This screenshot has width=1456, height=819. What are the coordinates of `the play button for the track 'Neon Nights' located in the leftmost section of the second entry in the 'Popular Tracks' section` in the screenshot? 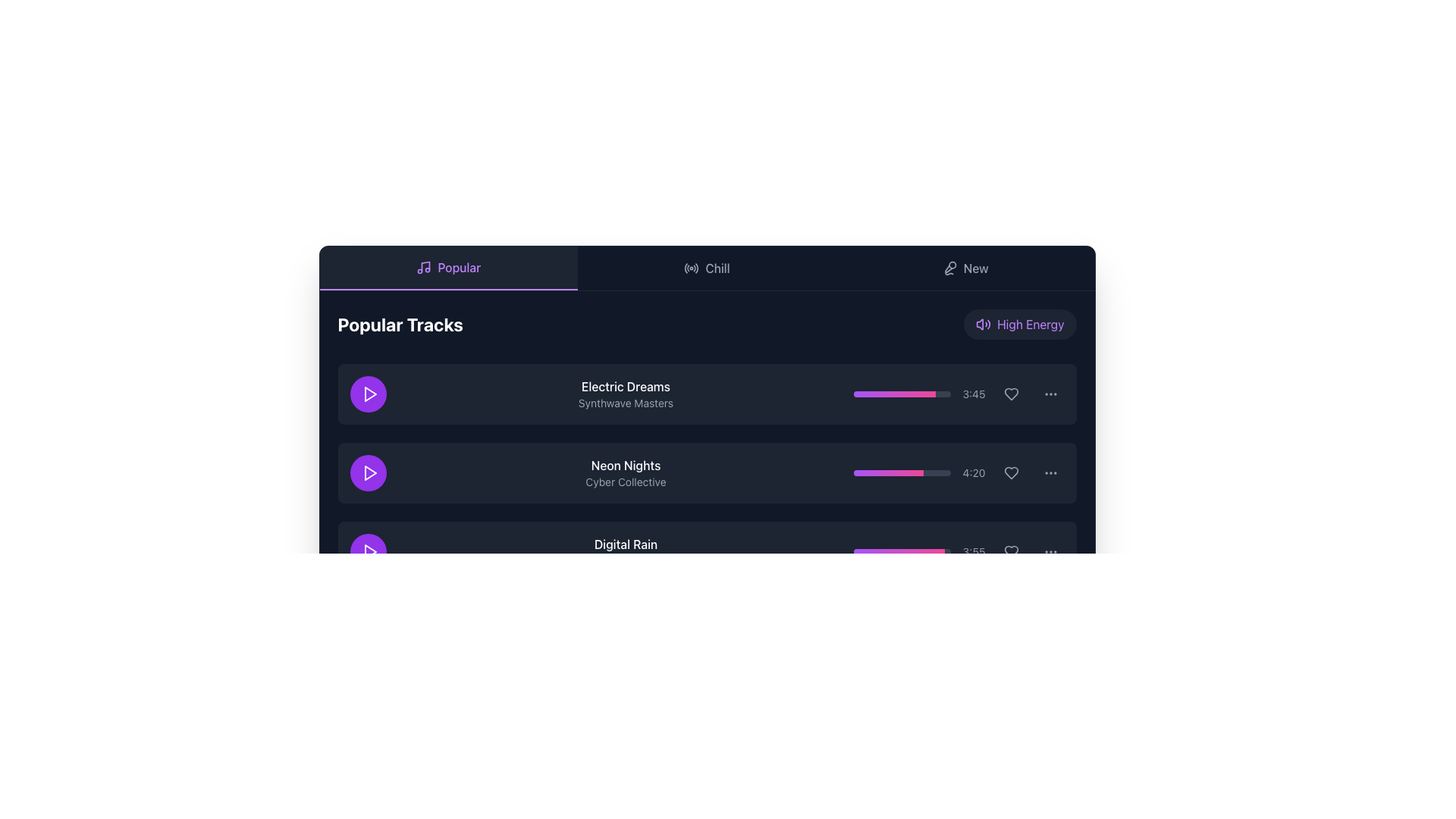 It's located at (368, 472).